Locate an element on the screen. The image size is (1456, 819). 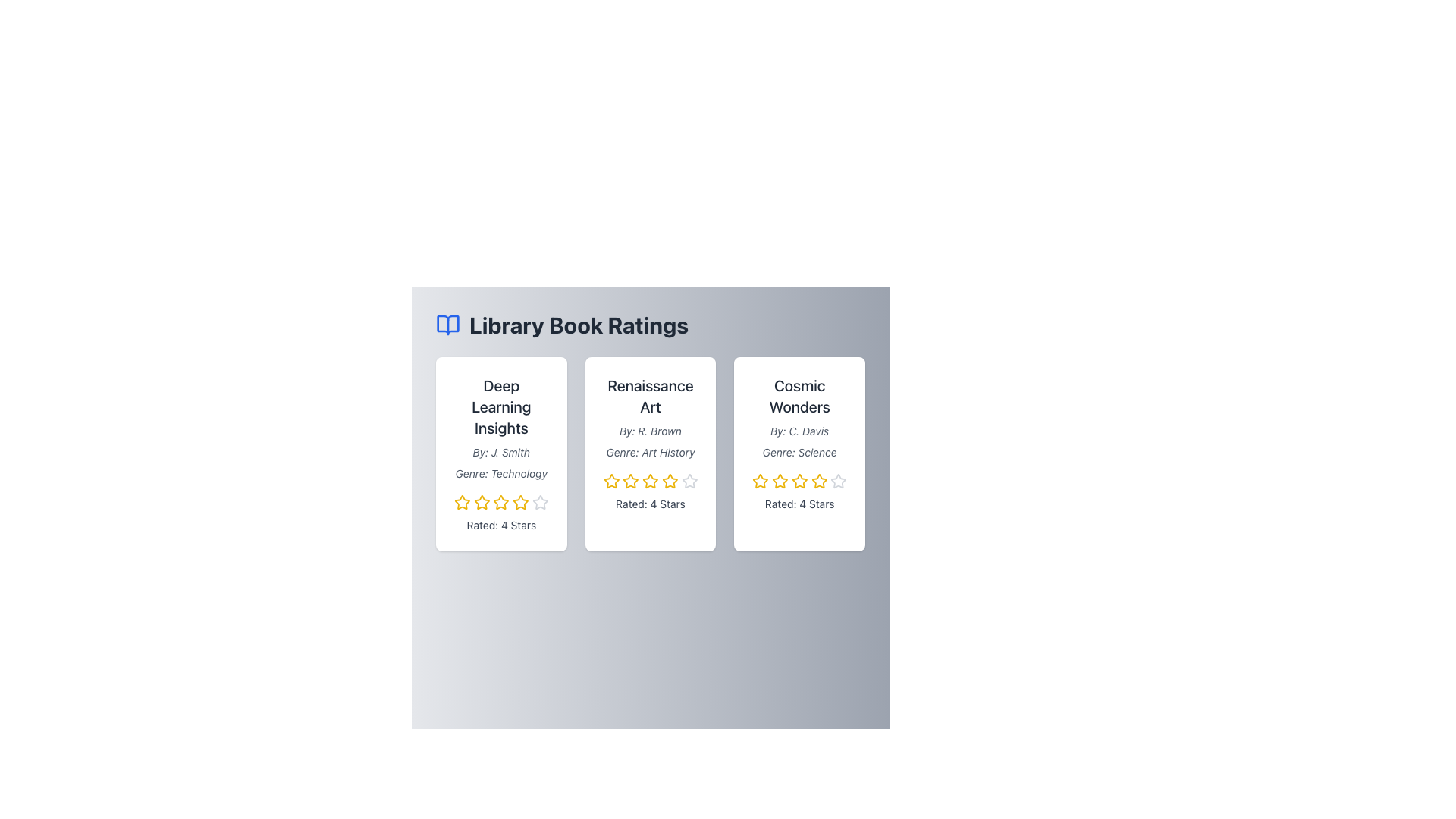
the fifth star icon in the rating system under the 'Cosmic Wonders' card, located on the far-right side of the interface is located at coordinates (838, 482).